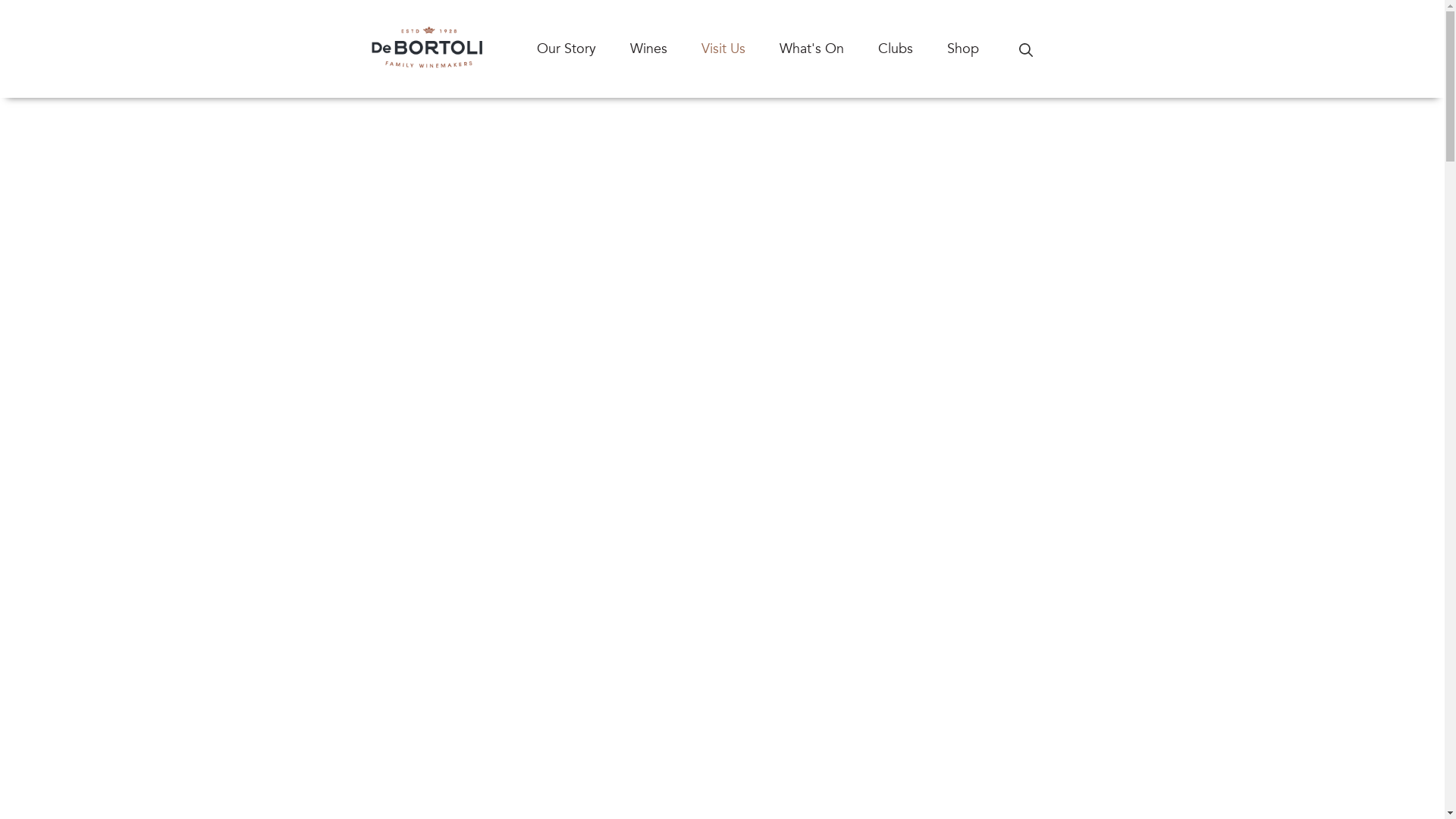 The height and width of the screenshot is (819, 1456). I want to click on 'Clubs', so click(912, 48).